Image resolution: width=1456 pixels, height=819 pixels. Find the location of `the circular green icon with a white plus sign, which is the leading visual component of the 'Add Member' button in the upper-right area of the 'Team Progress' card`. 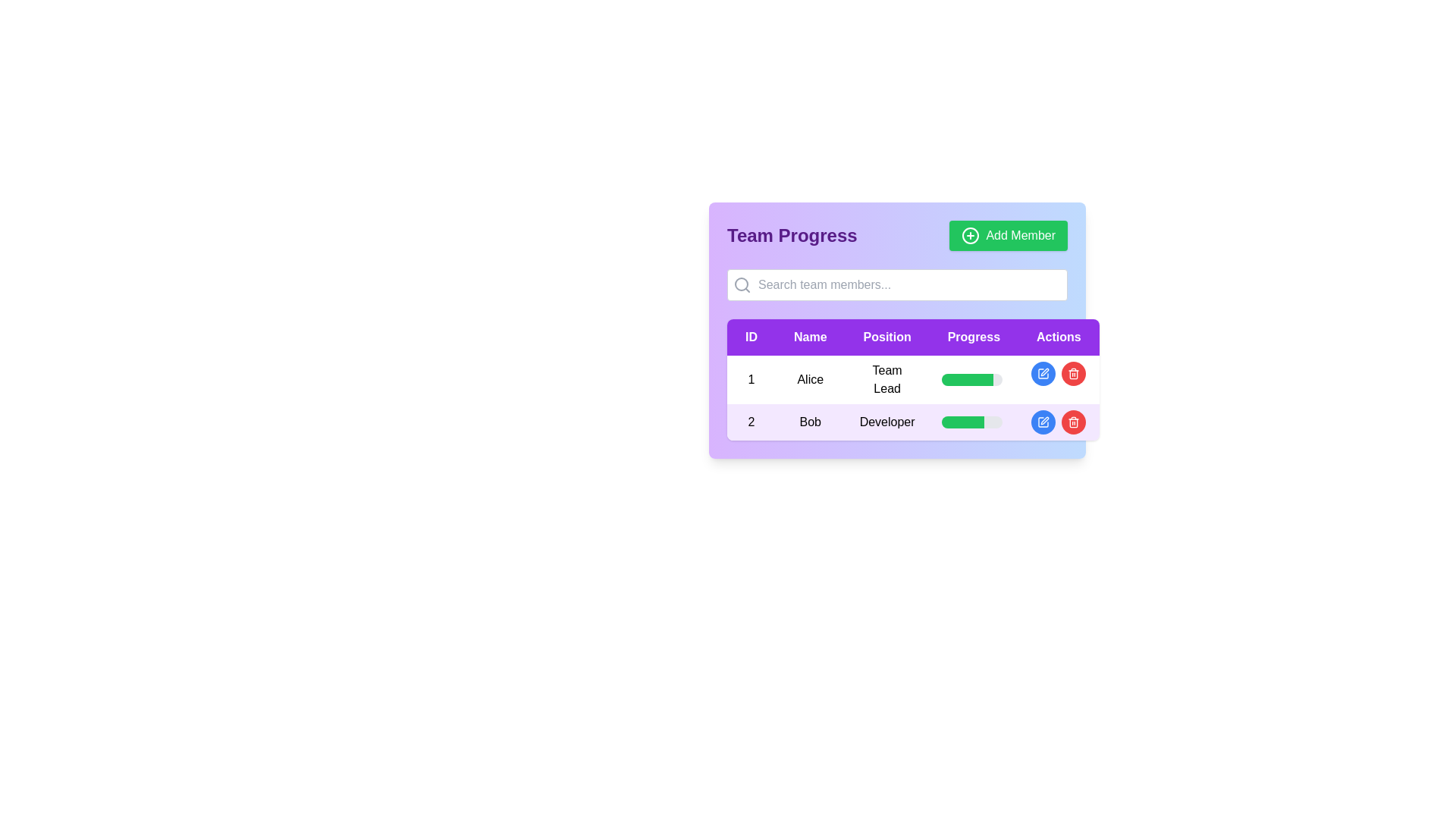

the circular green icon with a white plus sign, which is the leading visual component of the 'Add Member' button in the upper-right area of the 'Team Progress' card is located at coordinates (971, 236).